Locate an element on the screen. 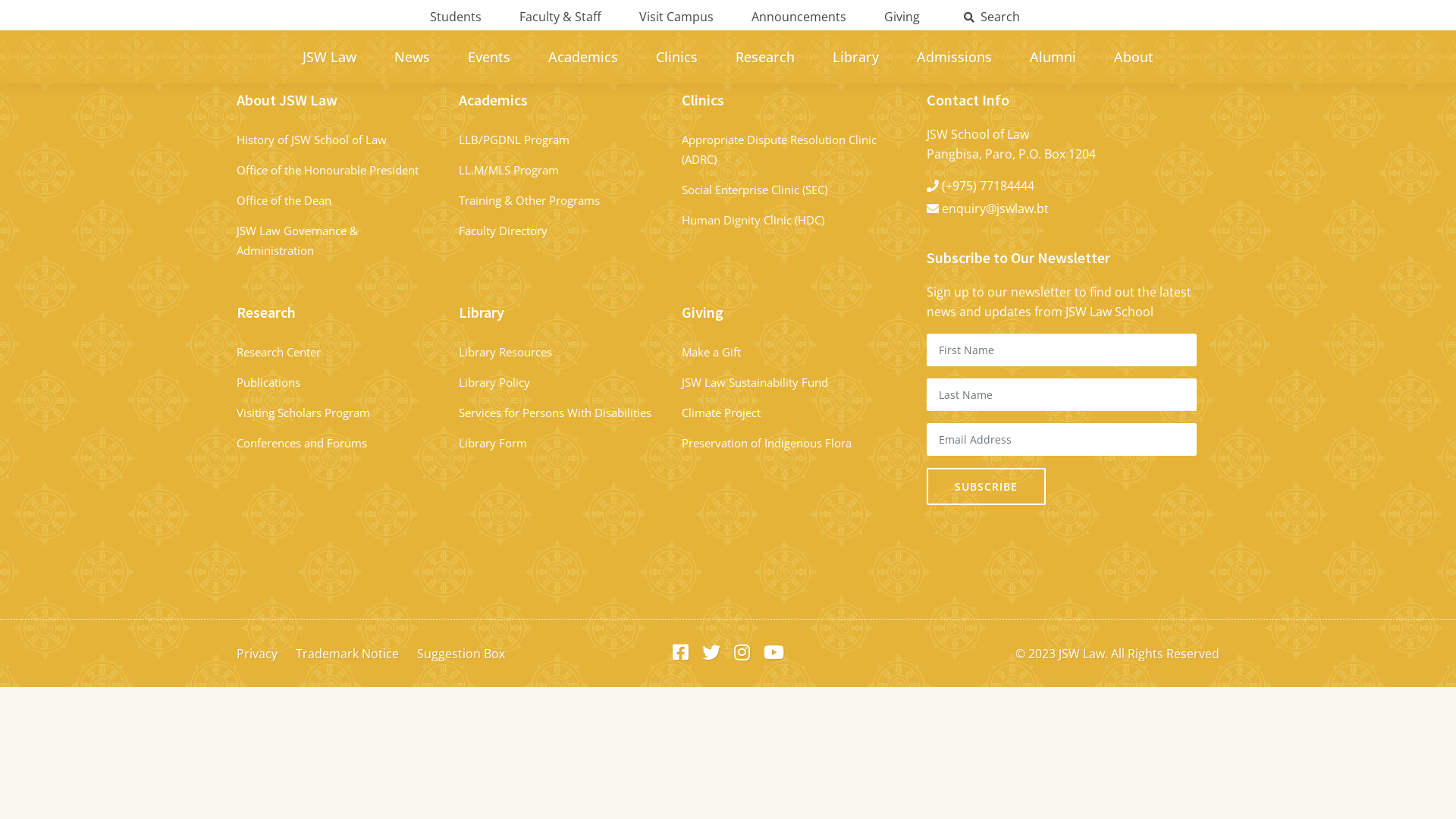  'Office of the Dean' is located at coordinates (284, 199).